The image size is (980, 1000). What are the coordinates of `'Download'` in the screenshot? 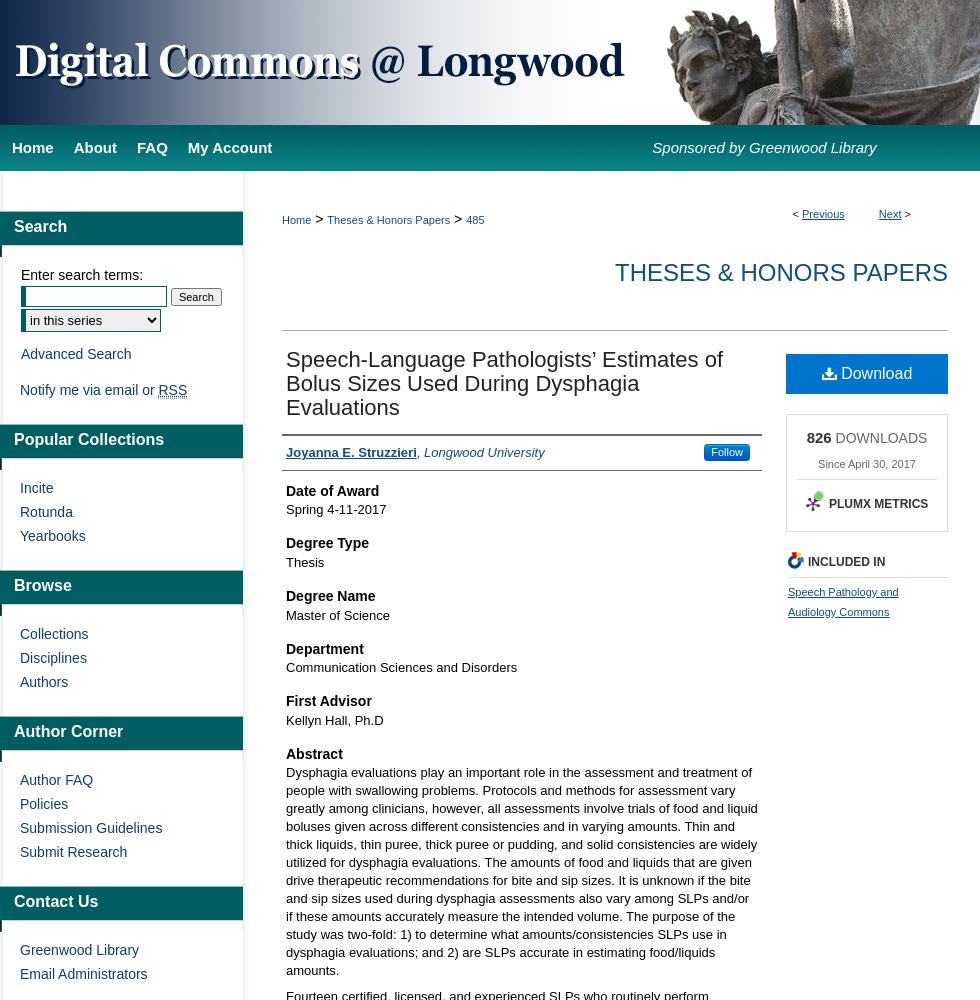 It's located at (836, 371).